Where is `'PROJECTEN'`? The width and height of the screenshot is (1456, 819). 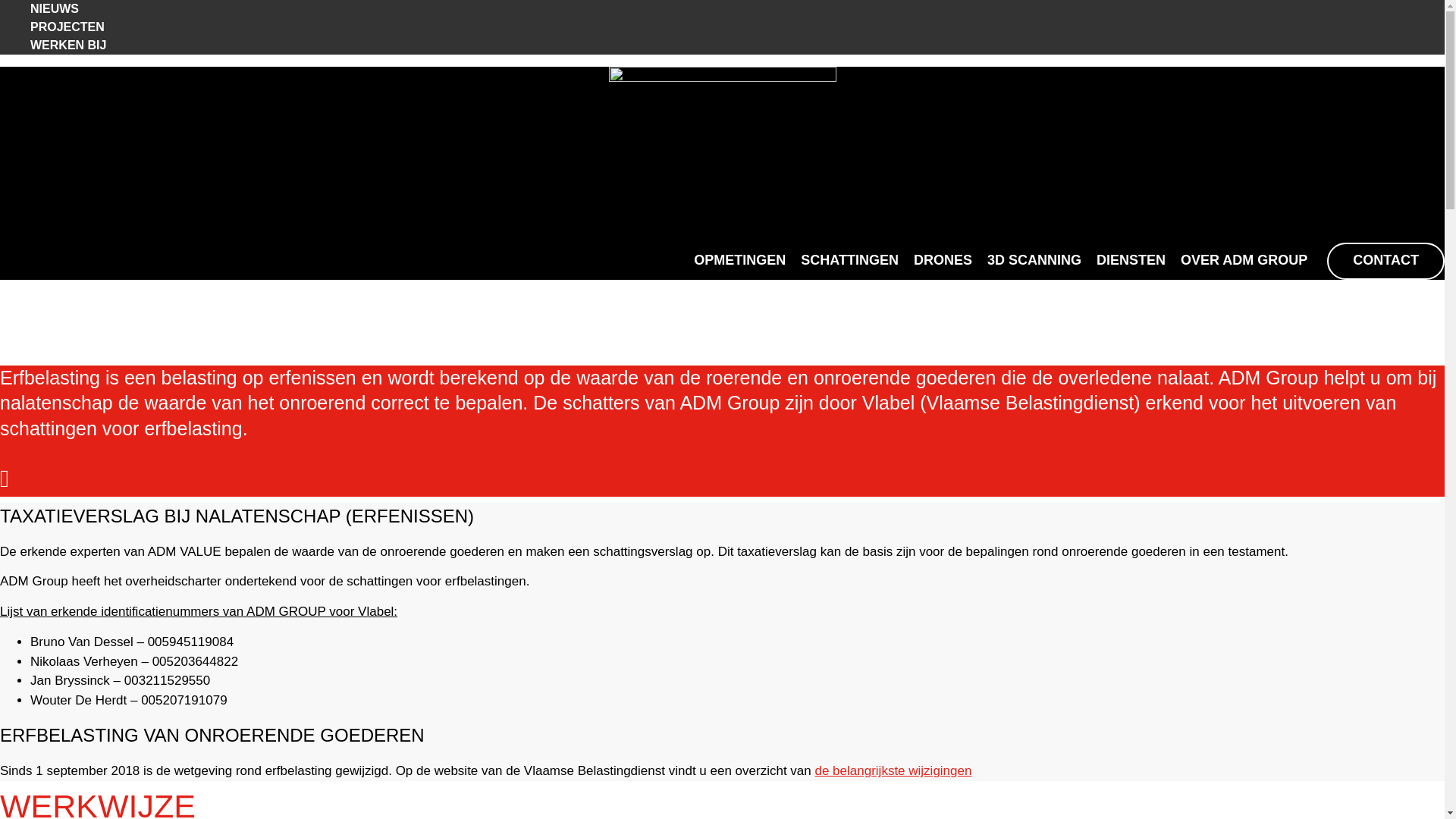 'PROJECTEN' is located at coordinates (67, 27).